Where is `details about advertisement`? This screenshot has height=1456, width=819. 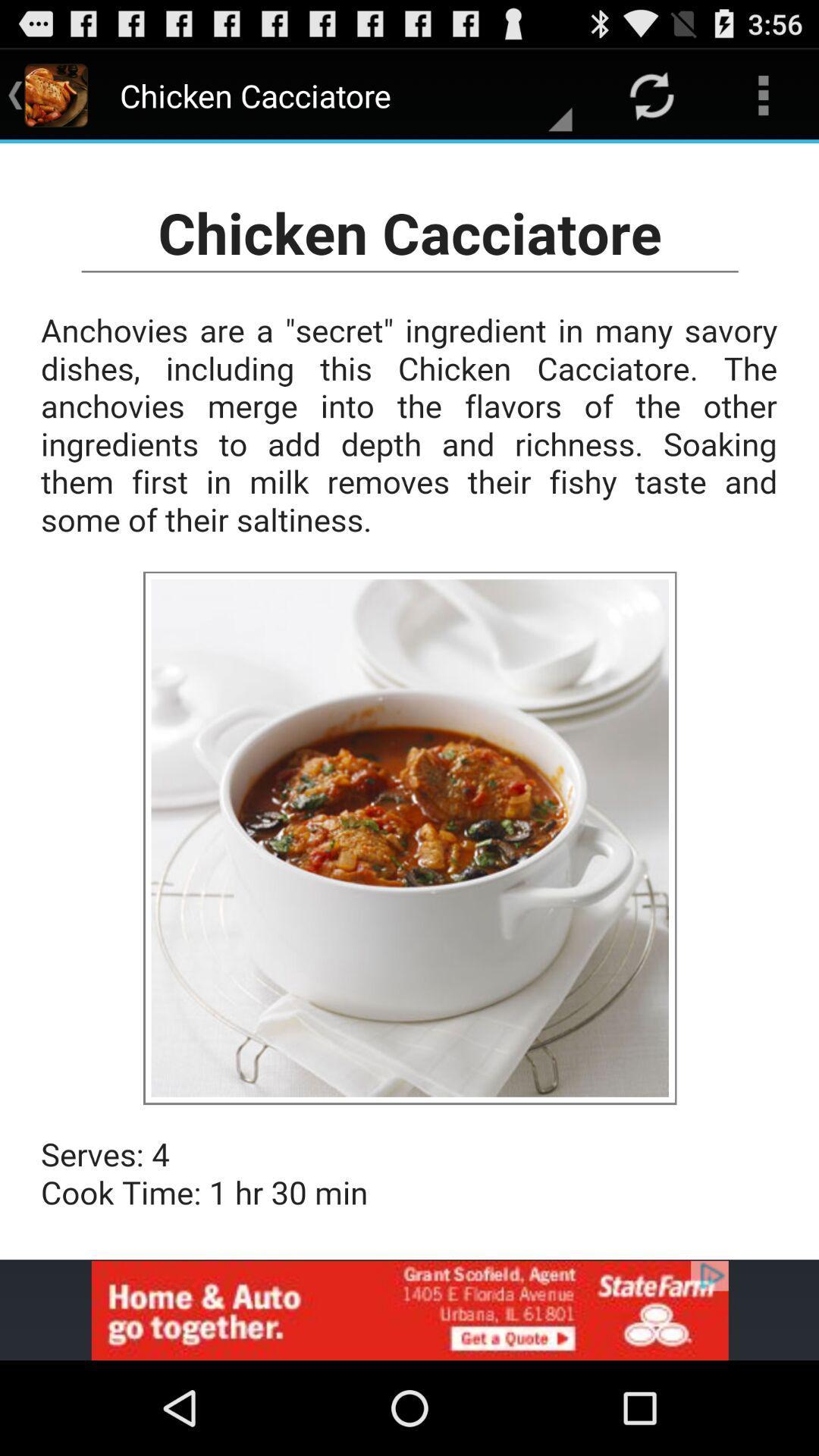
details about advertisement is located at coordinates (409, 1310).